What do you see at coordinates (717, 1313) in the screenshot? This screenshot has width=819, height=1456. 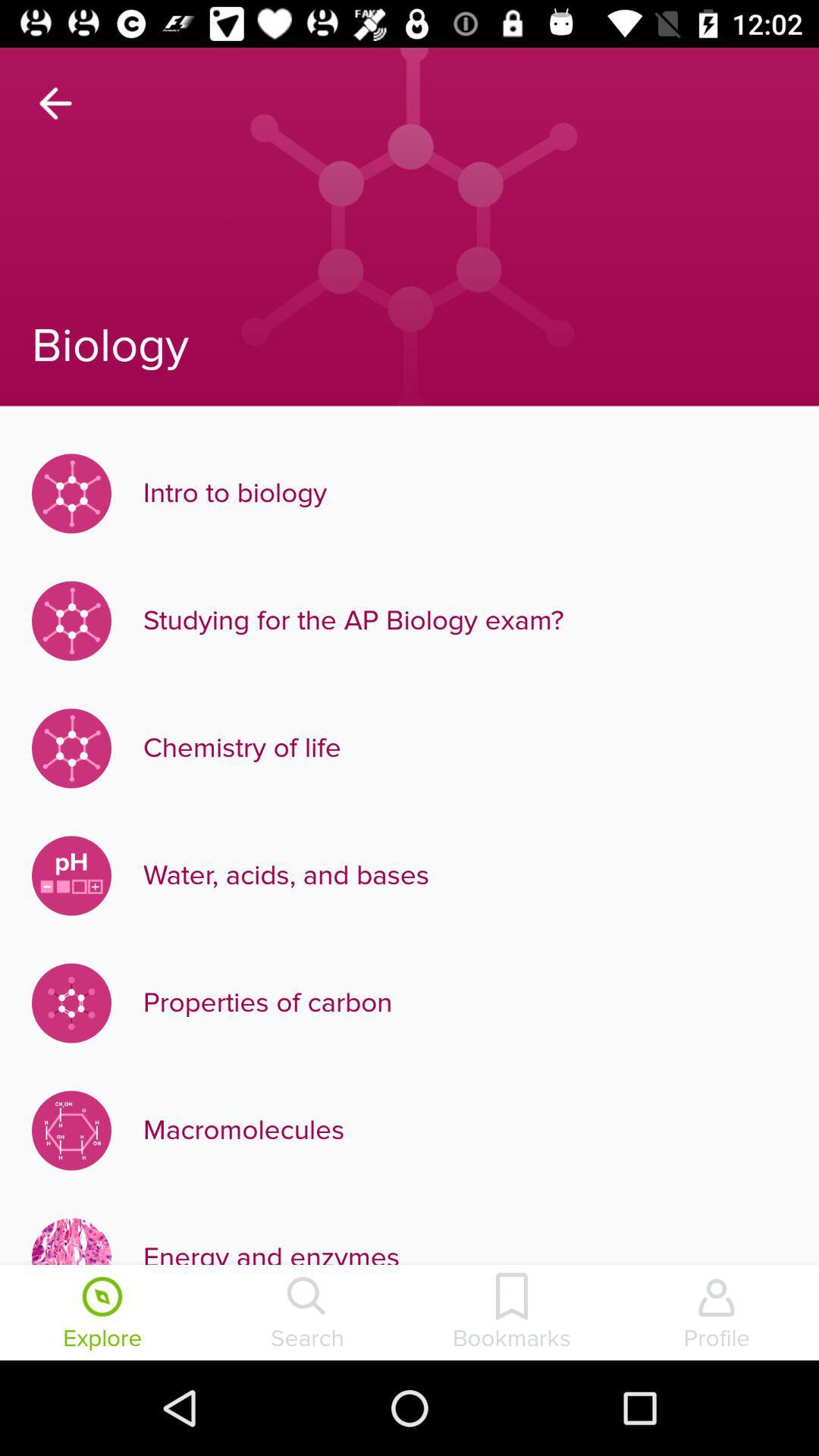 I see `item at the bottom right corner` at bounding box center [717, 1313].